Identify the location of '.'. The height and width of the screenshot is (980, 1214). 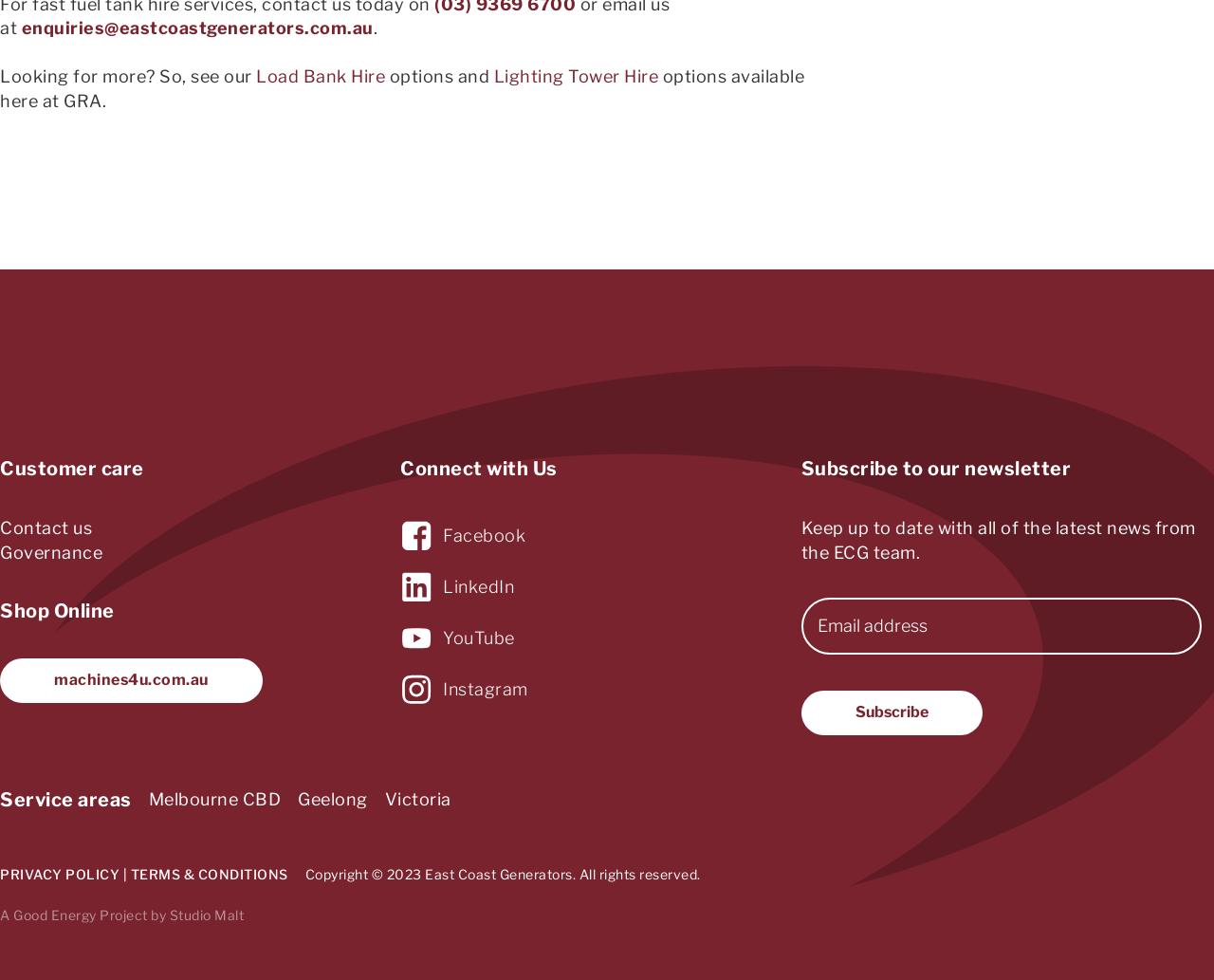
(375, 28).